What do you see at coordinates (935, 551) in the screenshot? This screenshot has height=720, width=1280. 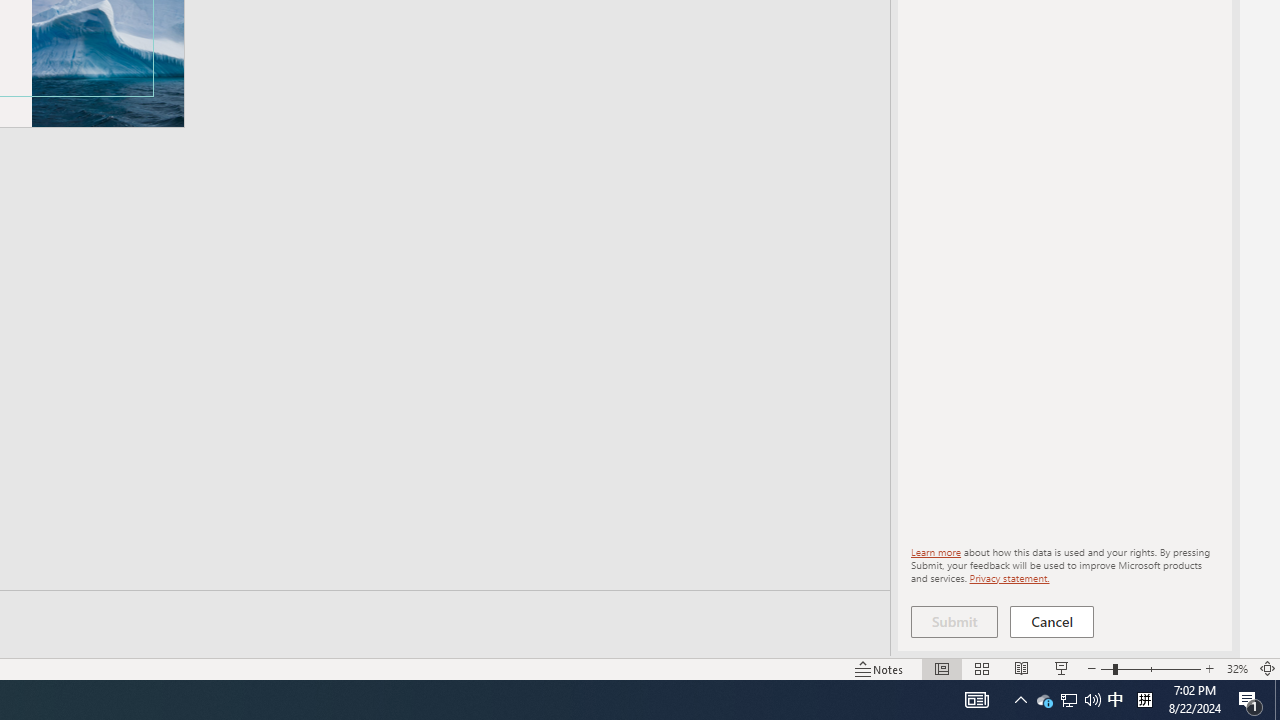 I see `'Learn more'` at bounding box center [935, 551].